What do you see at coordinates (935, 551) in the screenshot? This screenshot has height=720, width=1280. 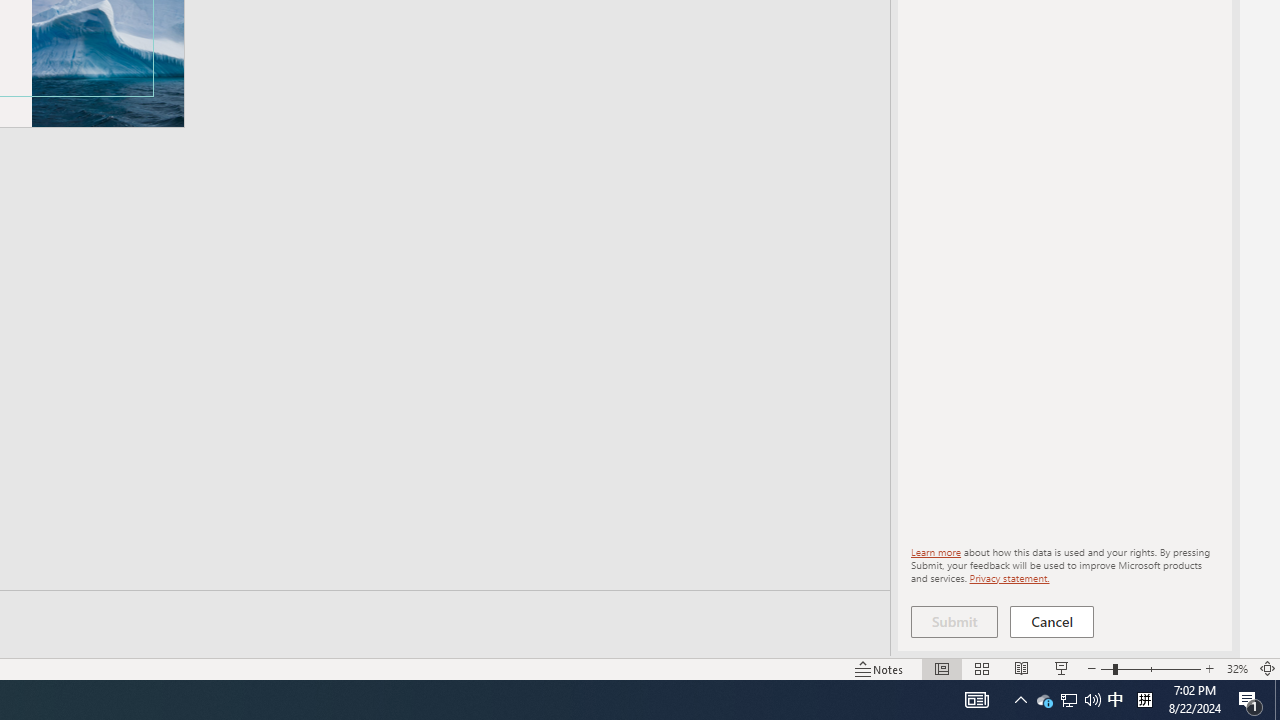 I see `'Learn more'` at bounding box center [935, 551].